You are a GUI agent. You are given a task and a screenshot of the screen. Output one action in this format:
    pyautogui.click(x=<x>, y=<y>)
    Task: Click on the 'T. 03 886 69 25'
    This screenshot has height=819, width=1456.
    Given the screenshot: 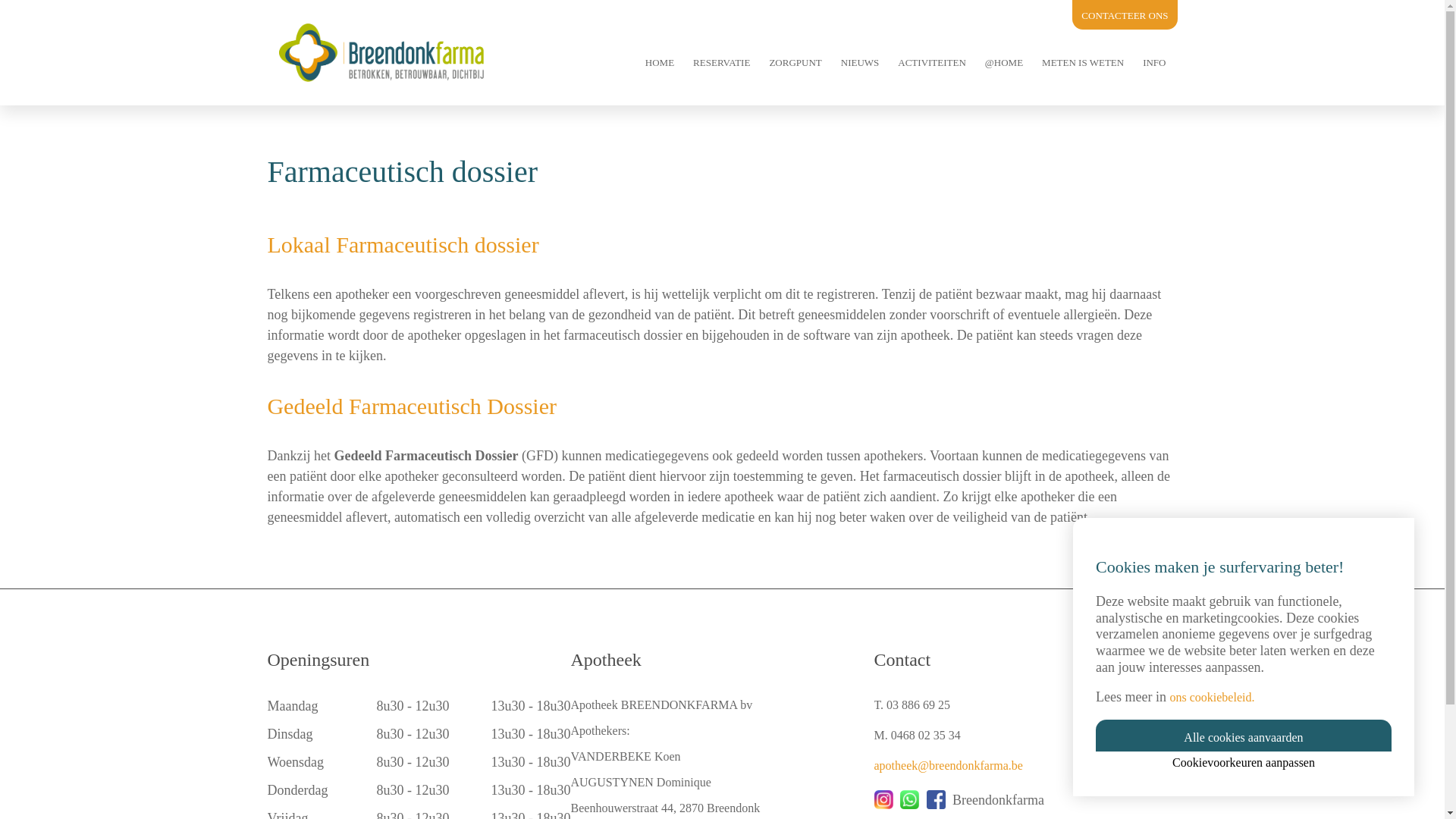 What is the action you would take?
    pyautogui.click(x=911, y=704)
    